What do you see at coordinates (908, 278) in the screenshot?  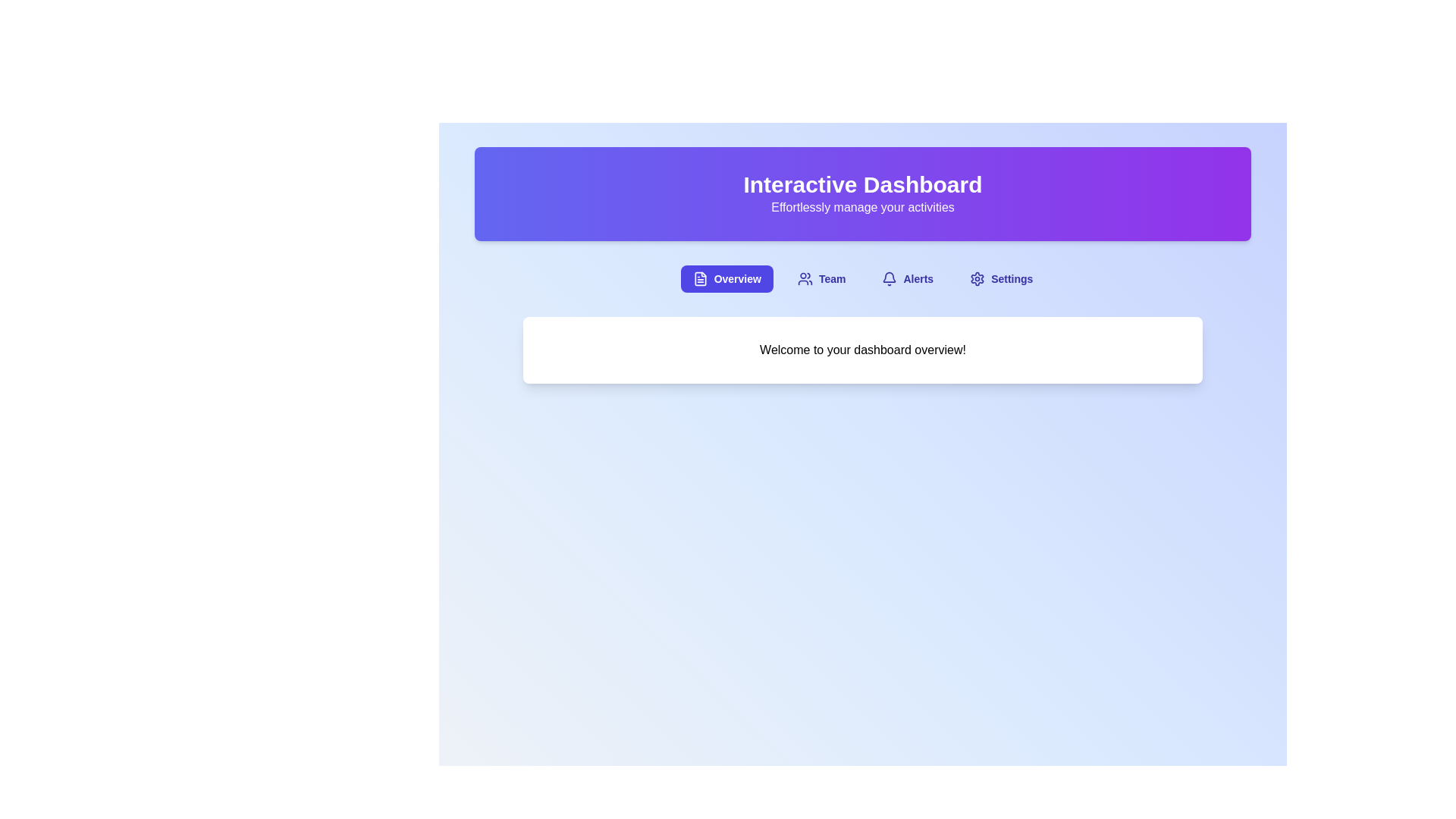 I see `the third button in the horizontal navigation bar` at bounding box center [908, 278].